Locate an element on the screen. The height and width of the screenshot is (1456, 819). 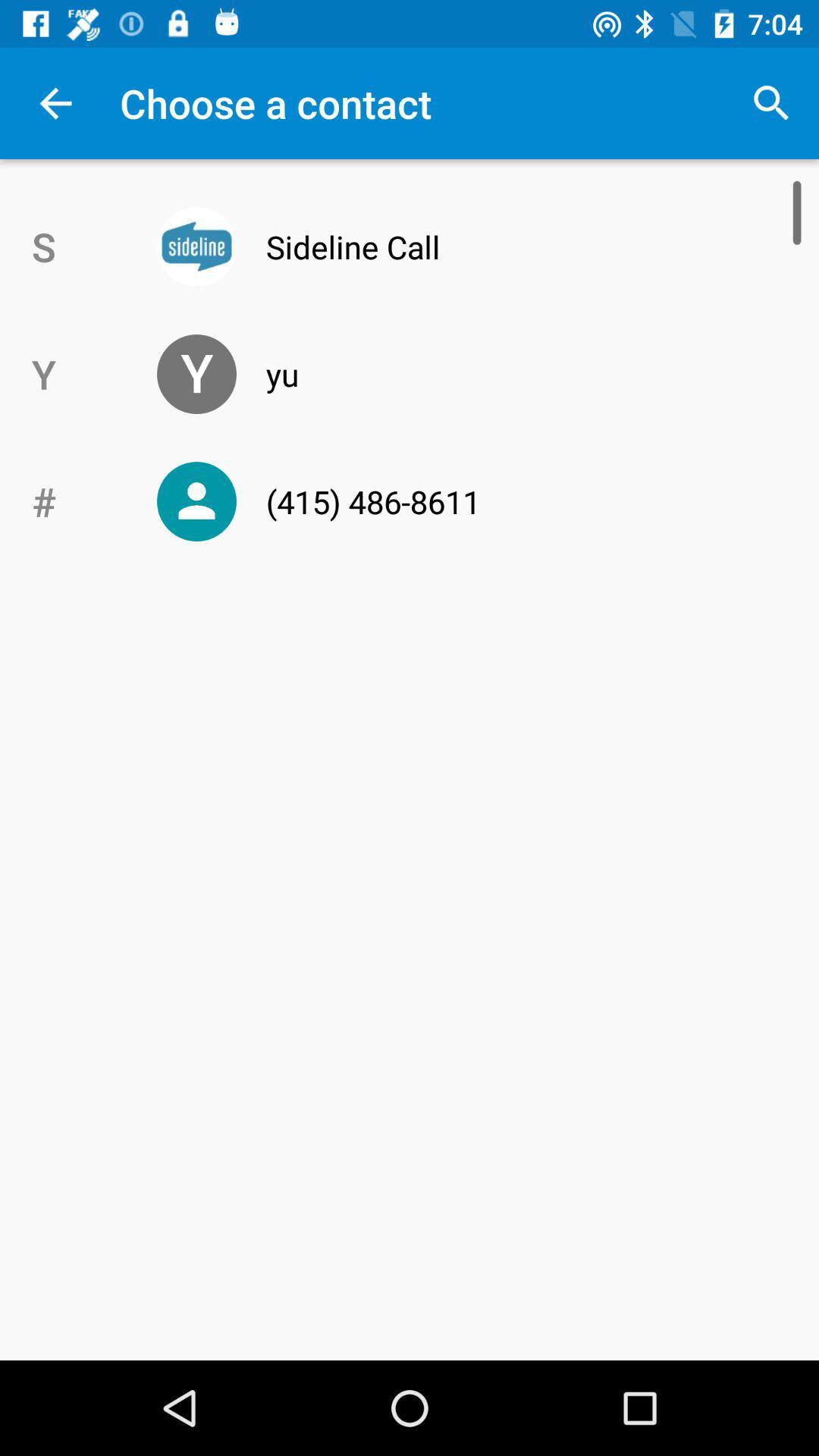
item at the top right corner is located at coordinates (771, 102).